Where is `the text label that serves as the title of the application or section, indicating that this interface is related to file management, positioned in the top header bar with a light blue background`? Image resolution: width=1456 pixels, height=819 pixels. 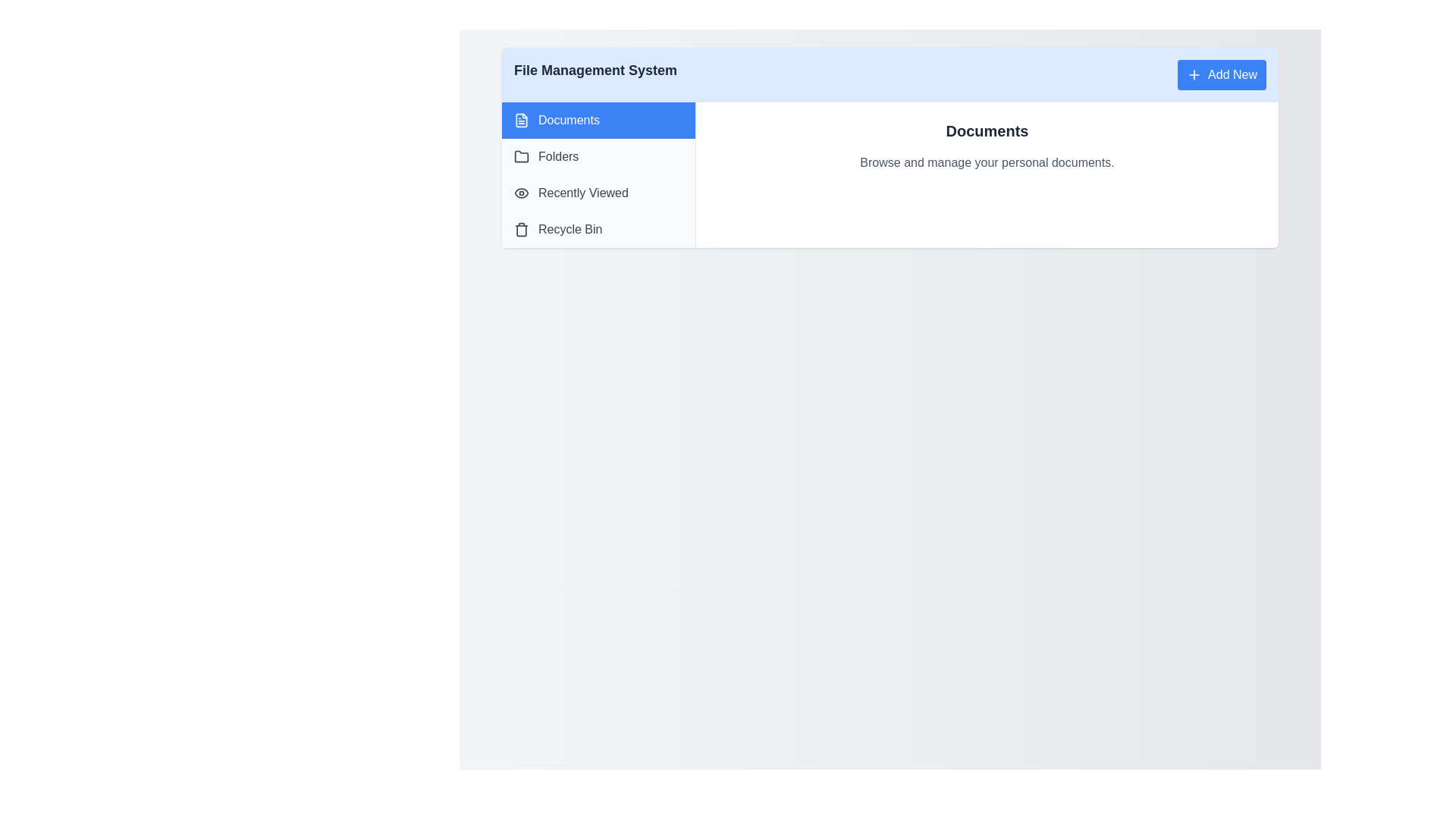
the text label that serves as the title of the application or section, indicating that this interface is related to file management, positioned in the top header bar with a light blue background is located at coordinates (595, 75).